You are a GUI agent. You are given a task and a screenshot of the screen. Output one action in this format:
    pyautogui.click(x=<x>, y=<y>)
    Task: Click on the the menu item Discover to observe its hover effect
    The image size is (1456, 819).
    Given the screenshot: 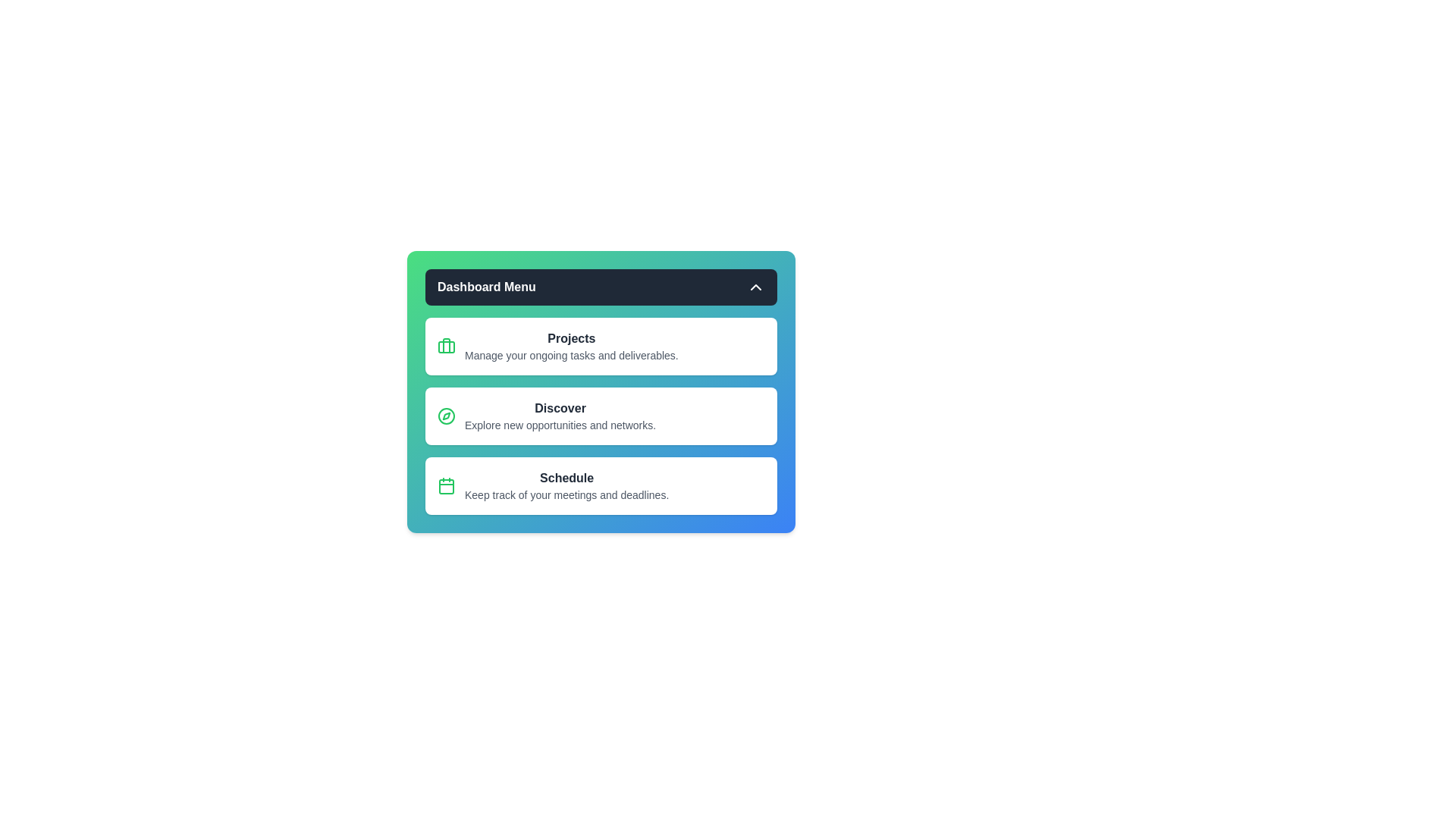 What is the action you would take?
    pyautogui.click(x=600, y=416)
    